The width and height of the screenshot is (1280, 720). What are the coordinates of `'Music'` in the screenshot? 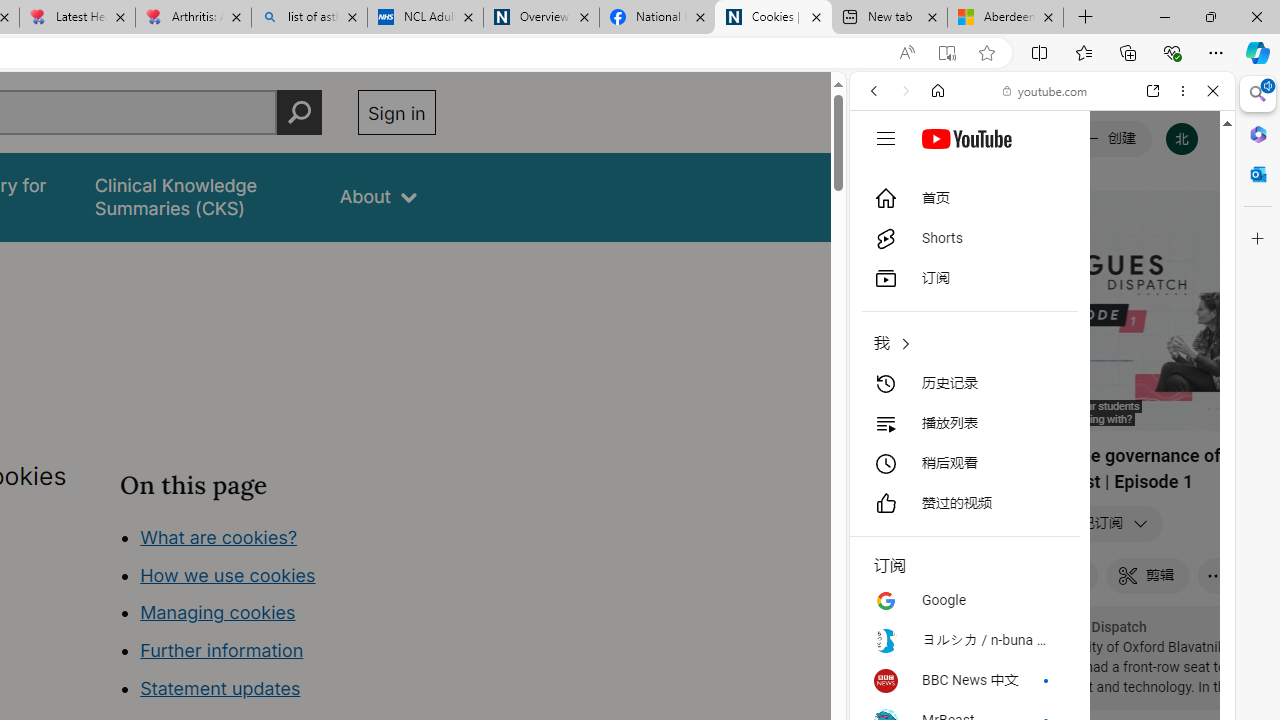 It's located at (1041, 543).